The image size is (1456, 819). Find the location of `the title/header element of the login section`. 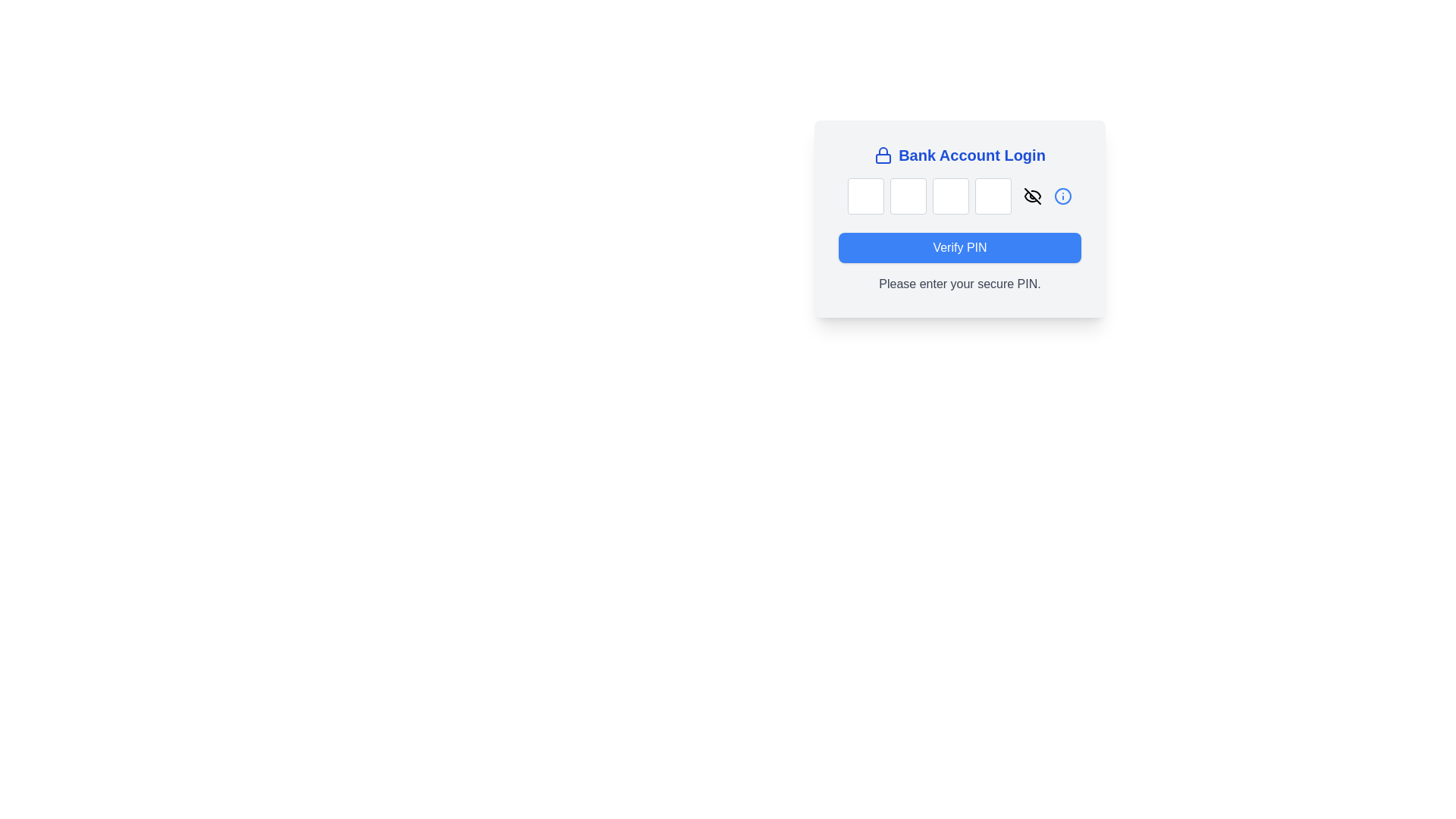

the title/header element of the login section is located at coordinates (959, 155).